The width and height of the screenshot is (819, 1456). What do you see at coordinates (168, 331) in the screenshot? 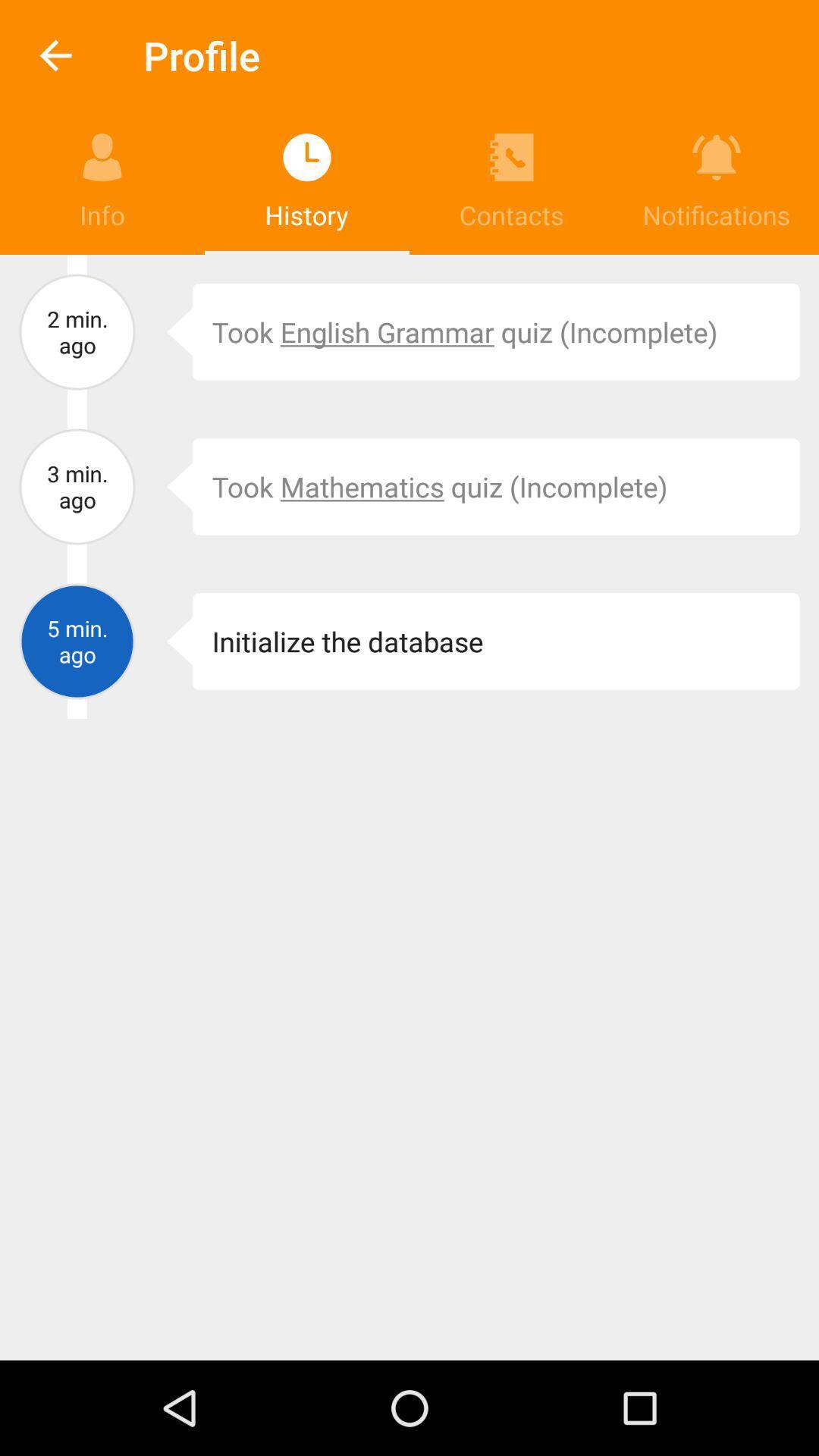
I see `the icon next to took english grammar icon` at bounding box center [168, 331].